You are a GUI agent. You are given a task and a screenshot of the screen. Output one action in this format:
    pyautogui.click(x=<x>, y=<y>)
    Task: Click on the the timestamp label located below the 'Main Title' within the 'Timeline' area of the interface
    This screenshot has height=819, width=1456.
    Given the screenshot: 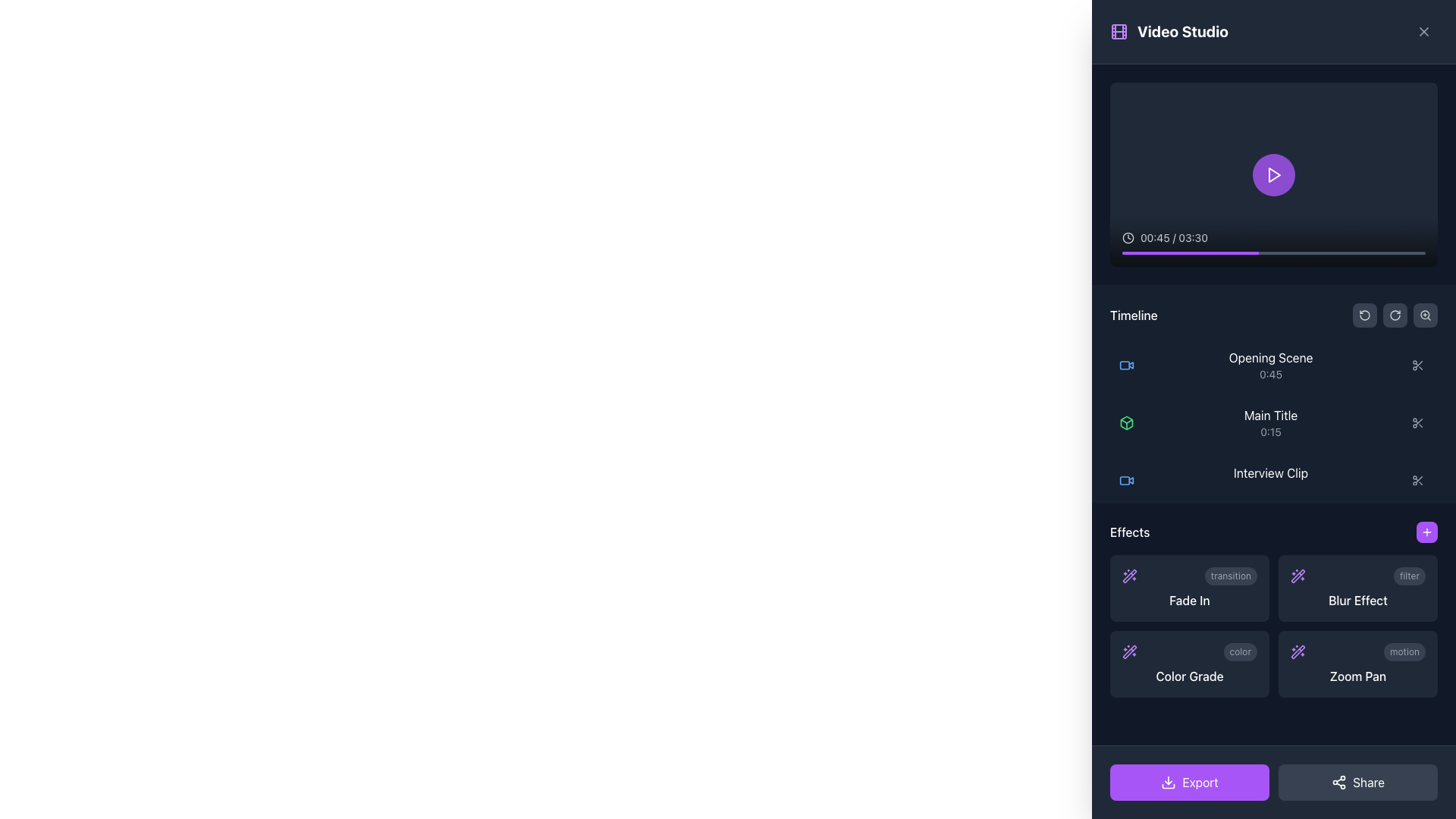 What is the action you would take?
    pyautogui.click(x=1270, y=432)
    